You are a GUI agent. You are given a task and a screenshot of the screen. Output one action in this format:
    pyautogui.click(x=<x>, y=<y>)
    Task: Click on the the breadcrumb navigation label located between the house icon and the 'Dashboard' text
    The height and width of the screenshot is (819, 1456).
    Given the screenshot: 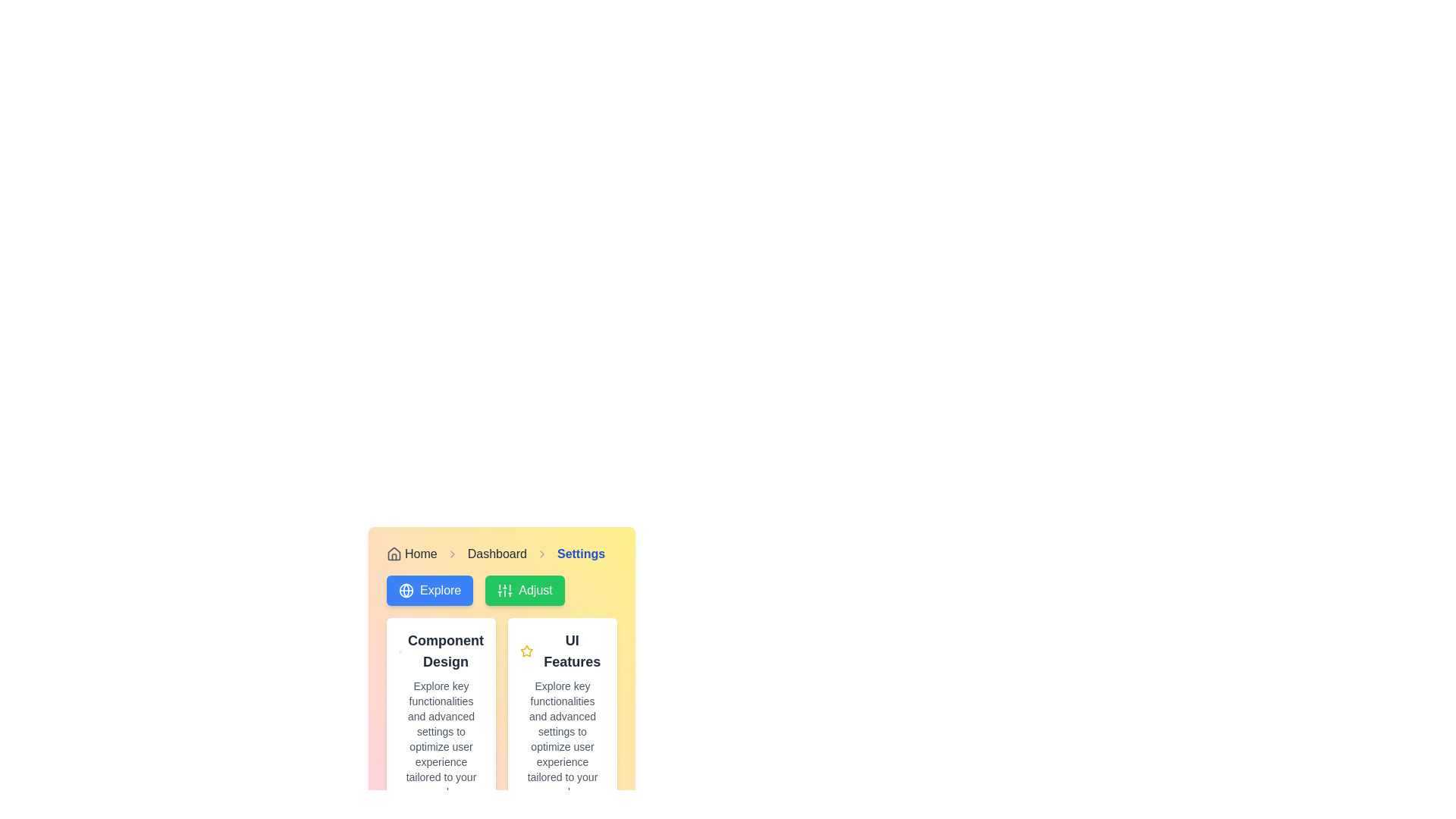 What is the action you would take?
    pyautogui.click(x=421, y=554)
    